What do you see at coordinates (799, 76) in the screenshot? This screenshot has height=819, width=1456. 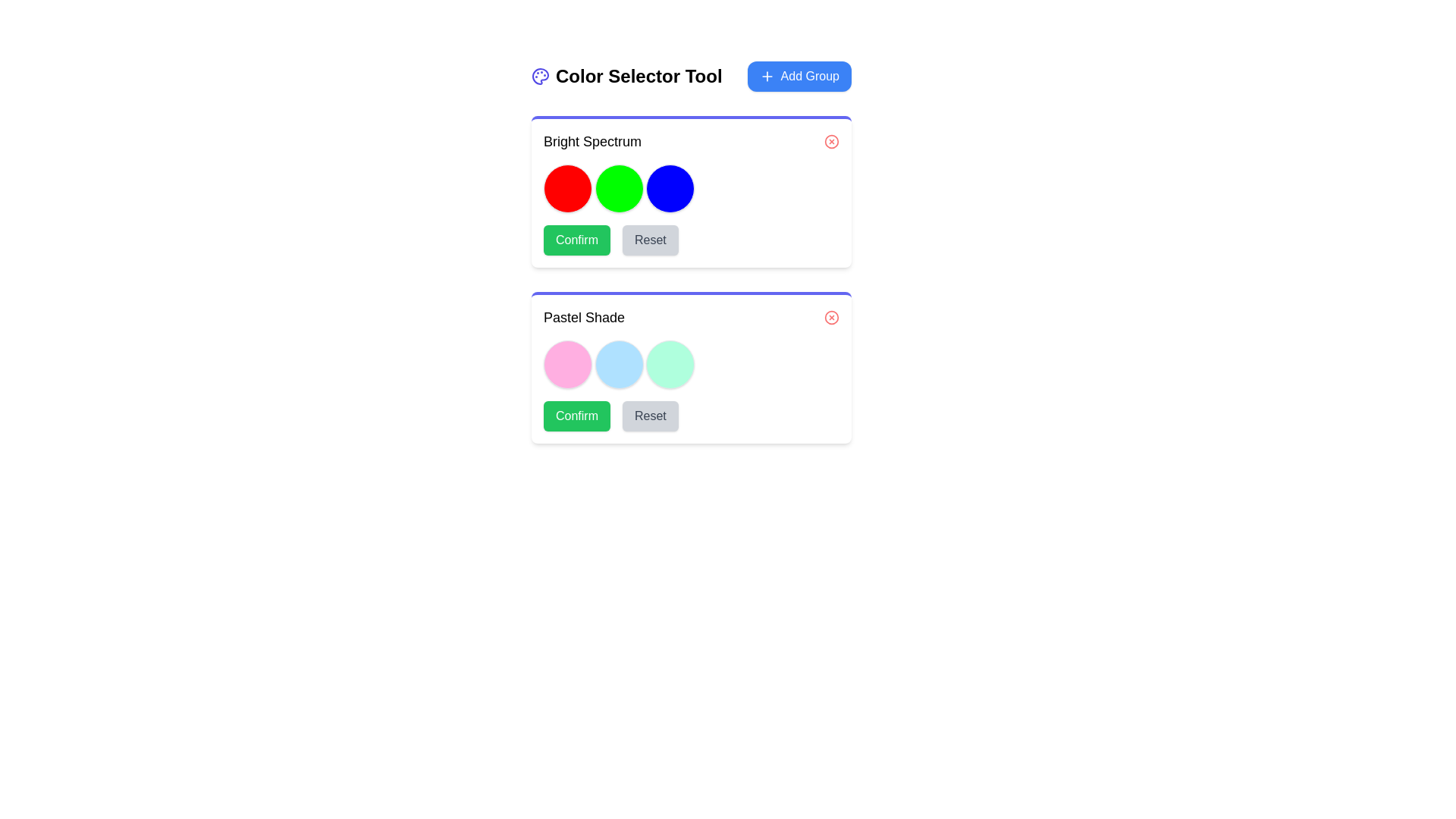 I see `the button located in the top-right corner of the 'Color Selector Tool' section` at bounding box center [799, 76].